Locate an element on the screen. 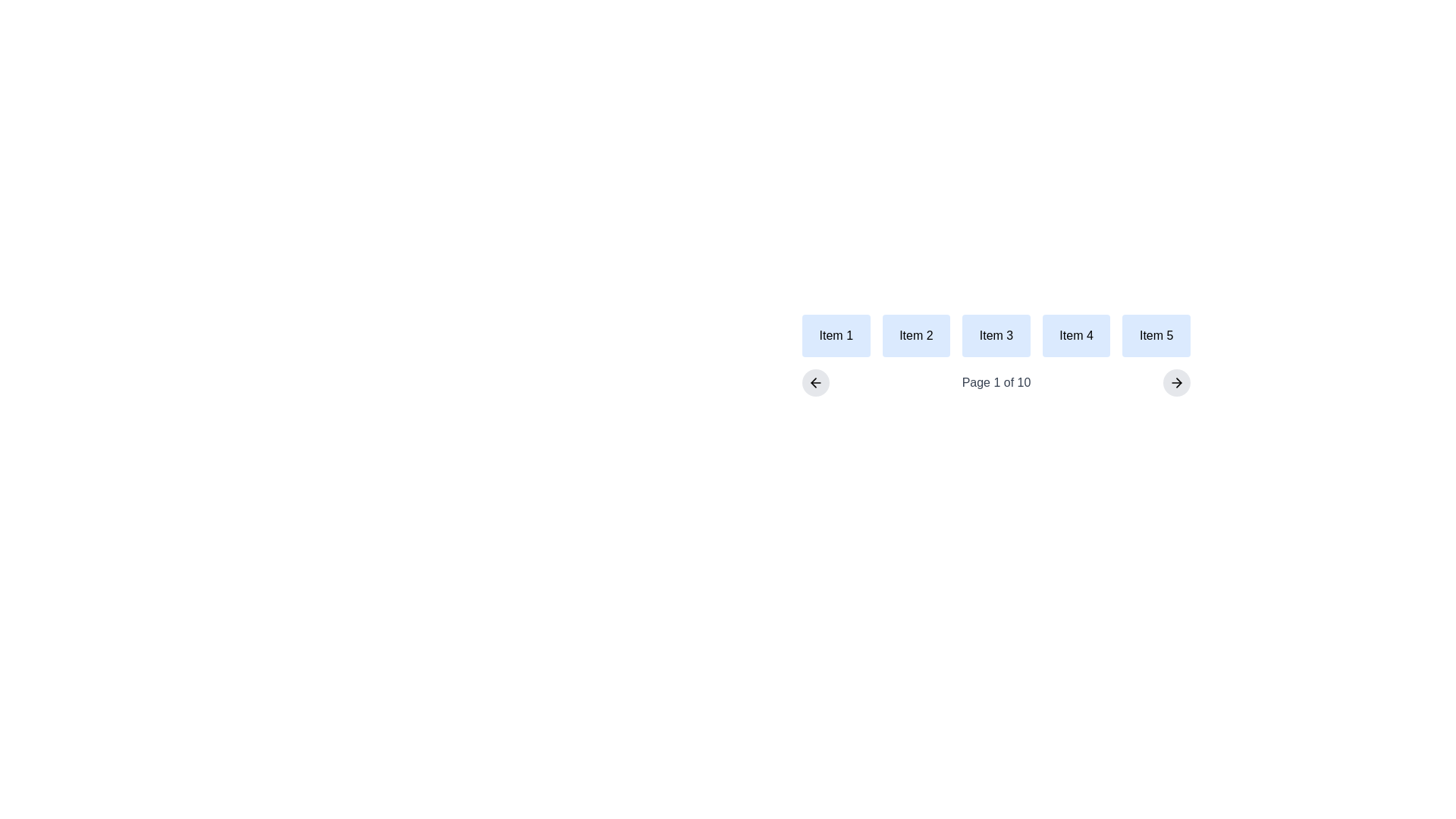 The width and height of the screenshot is (1456, 819). the third item in the grid display, which is positioned between 'Item 2' and 'Item 4' is located at coordinates (996, 335).